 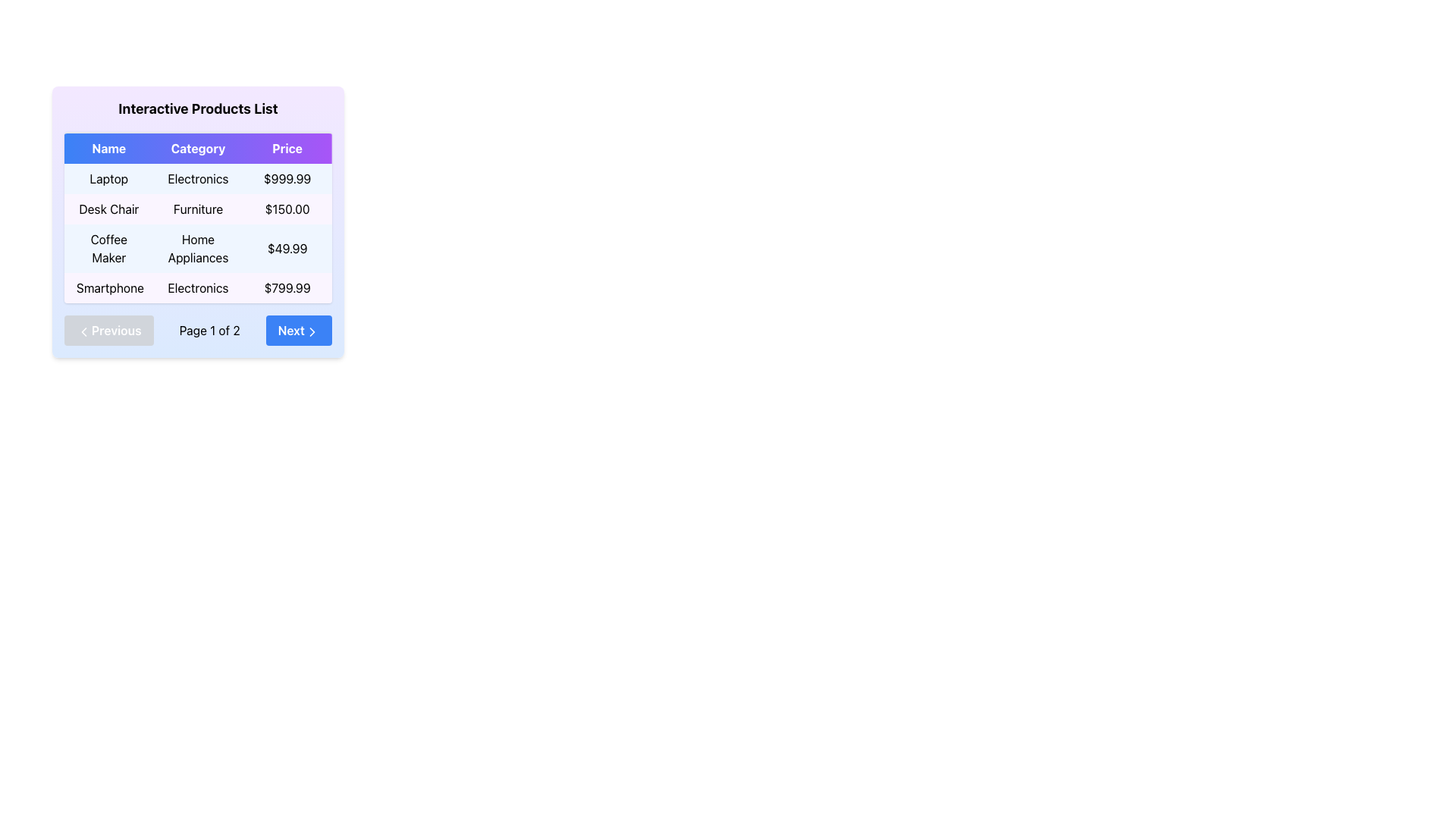 What do you see at coordinates (287, 209) in the screenshot?
I see `price text of the 'Desk Chair' located in the third column of the second row in the 'Interactive Products List' table` at bounding box center [287, 209].